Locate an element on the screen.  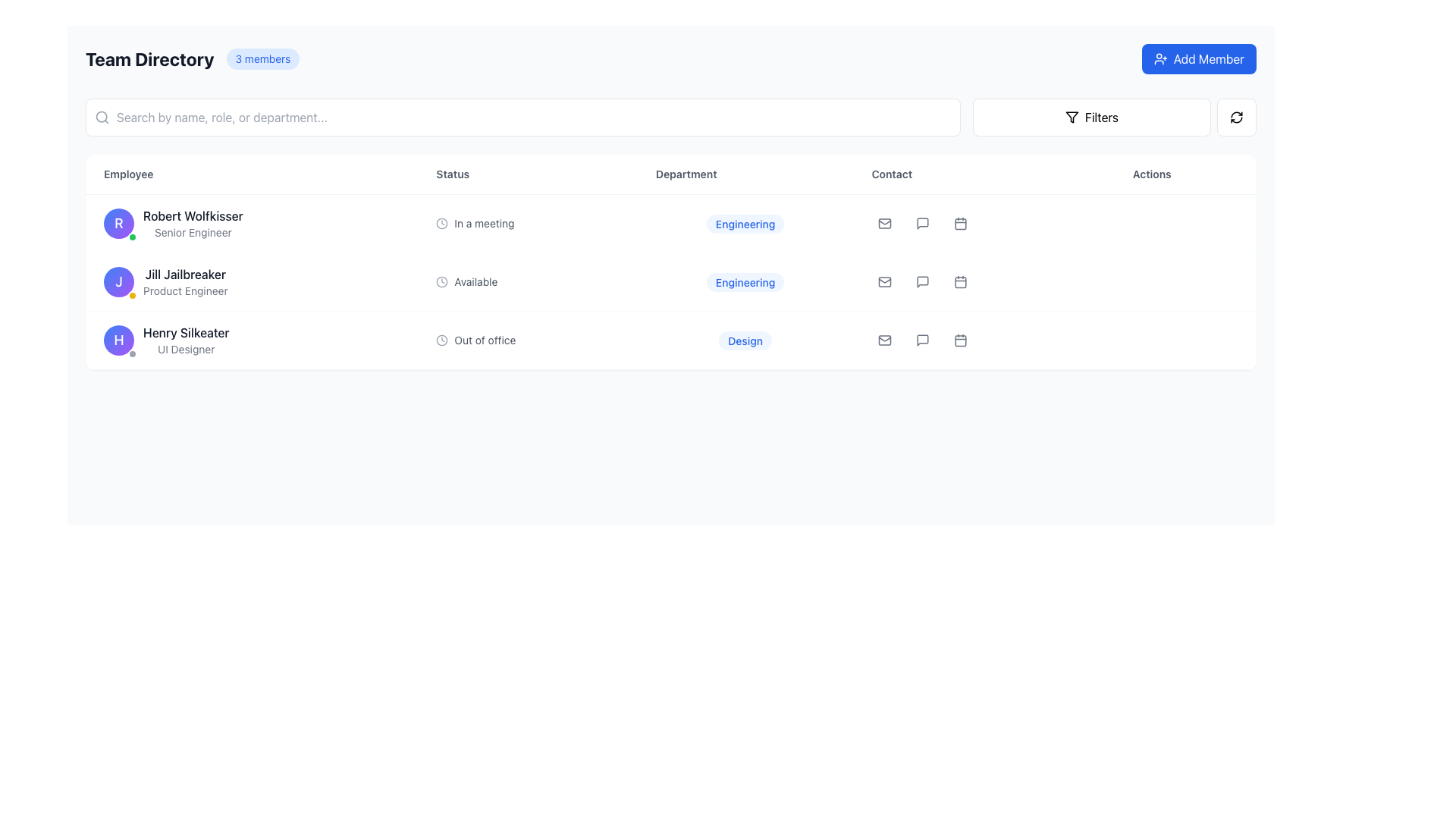
the department label for 'Robert Wolfkisser' in the first row of the table, which indicates the department associated with this entry is located at coordinates (745, 224).